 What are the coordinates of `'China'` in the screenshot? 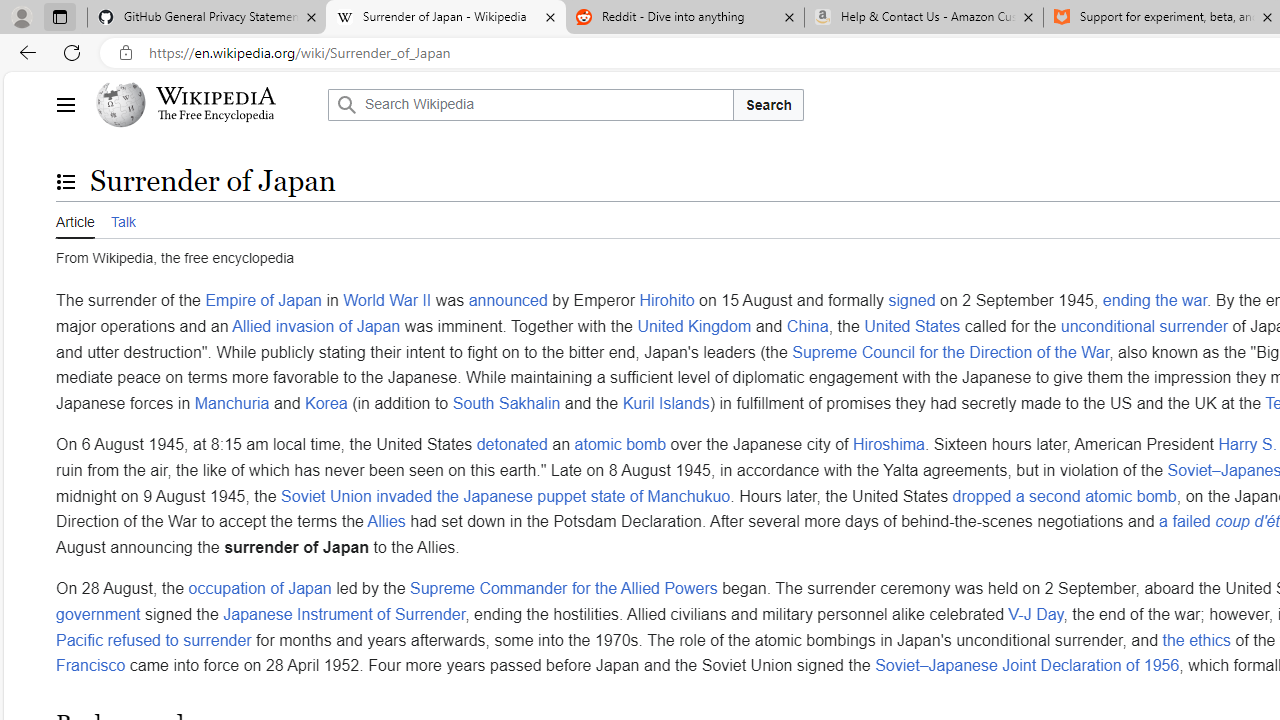 It's located at (807, 324).